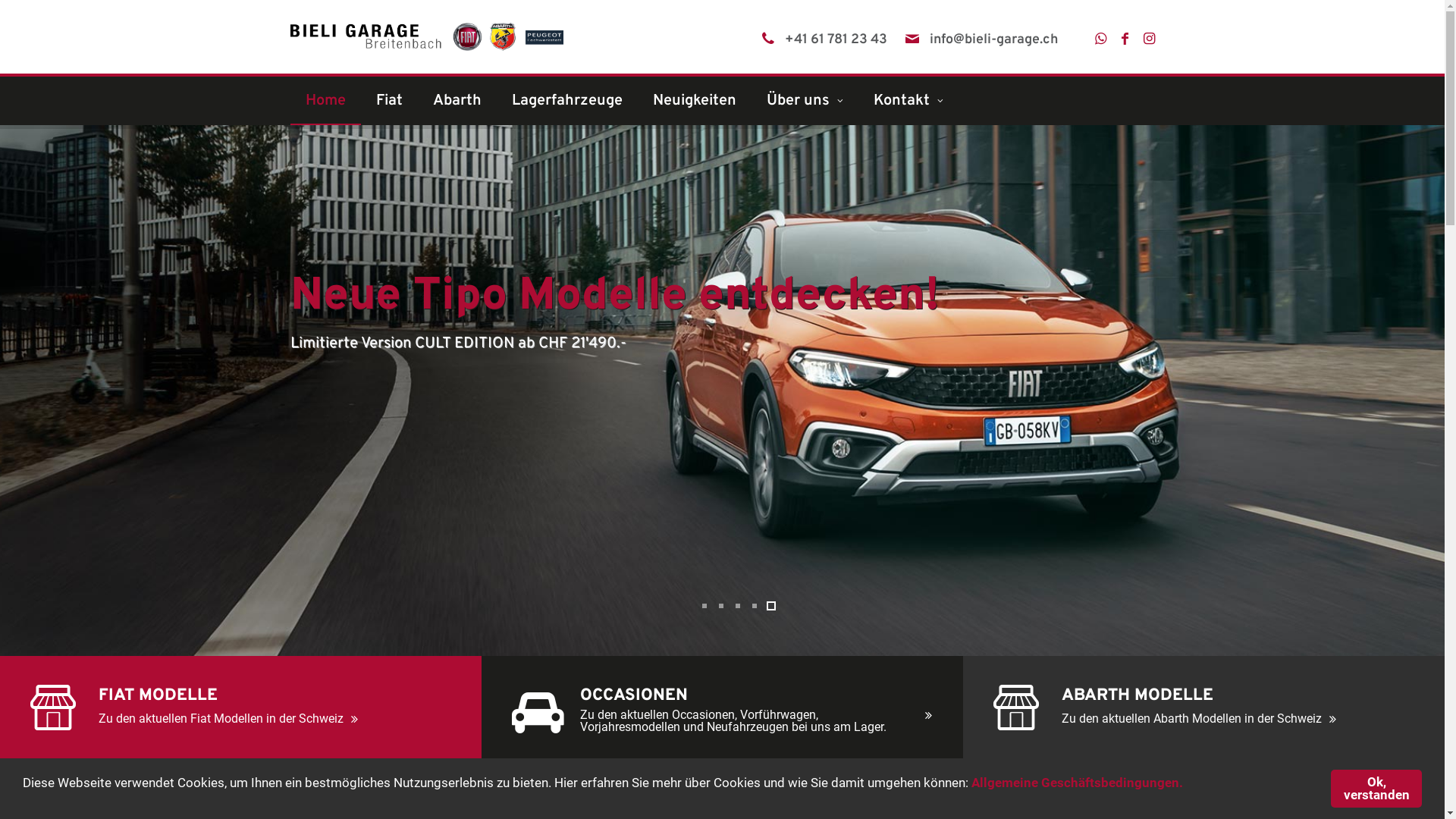 This screenshot has width=1456, height=819. Describe the element at coordinates (637, 100) in the screenshot. I see `'Neuigkeiten'` at that location.